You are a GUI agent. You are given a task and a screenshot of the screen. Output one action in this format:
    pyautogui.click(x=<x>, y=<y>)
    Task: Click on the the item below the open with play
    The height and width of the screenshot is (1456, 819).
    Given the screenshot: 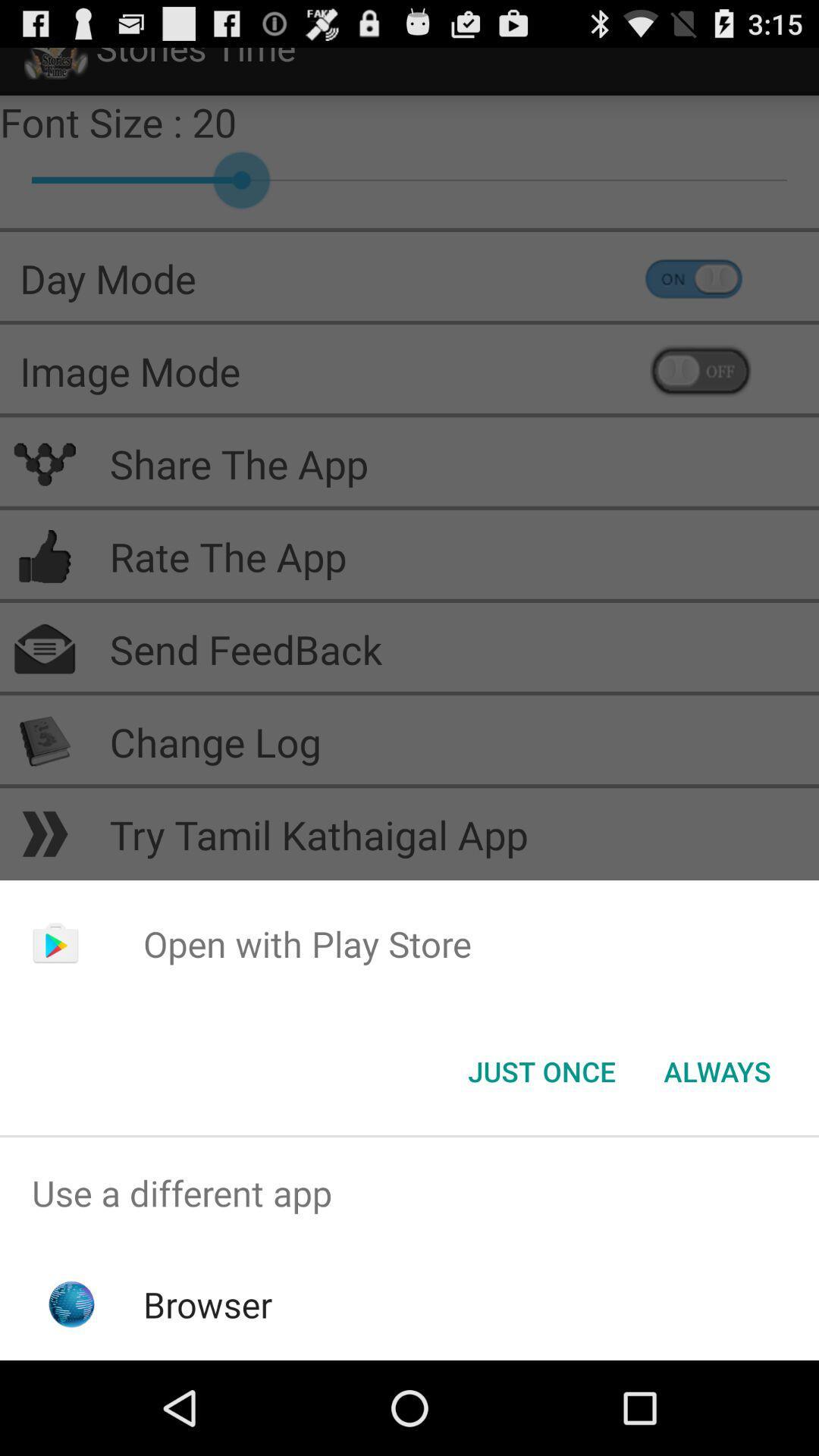 What is the action you would take?
    pyautogui.click(x=717, y=1070)
    